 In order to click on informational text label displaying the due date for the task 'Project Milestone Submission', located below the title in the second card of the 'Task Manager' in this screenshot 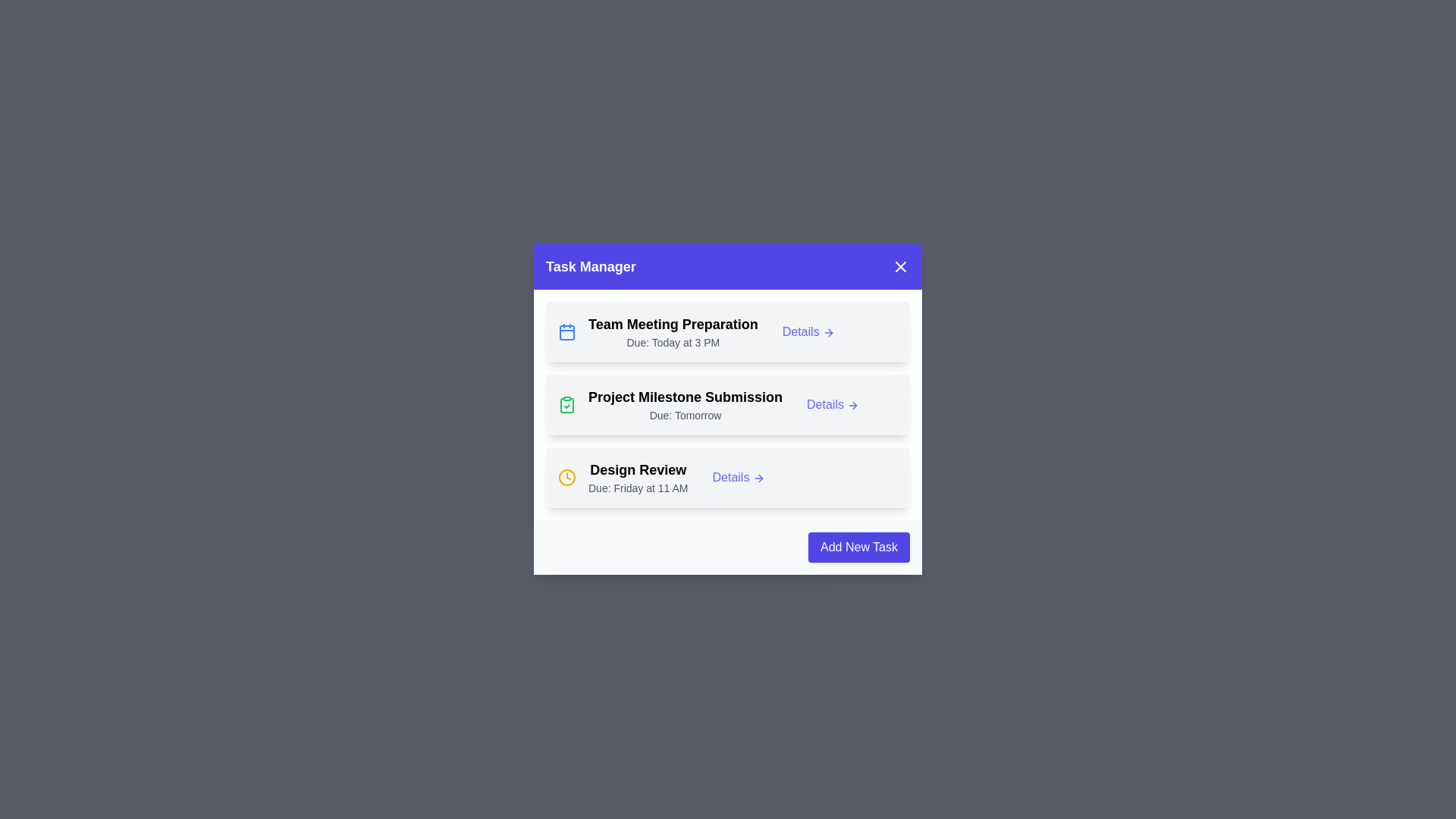, I will do `click(684, 415)`.